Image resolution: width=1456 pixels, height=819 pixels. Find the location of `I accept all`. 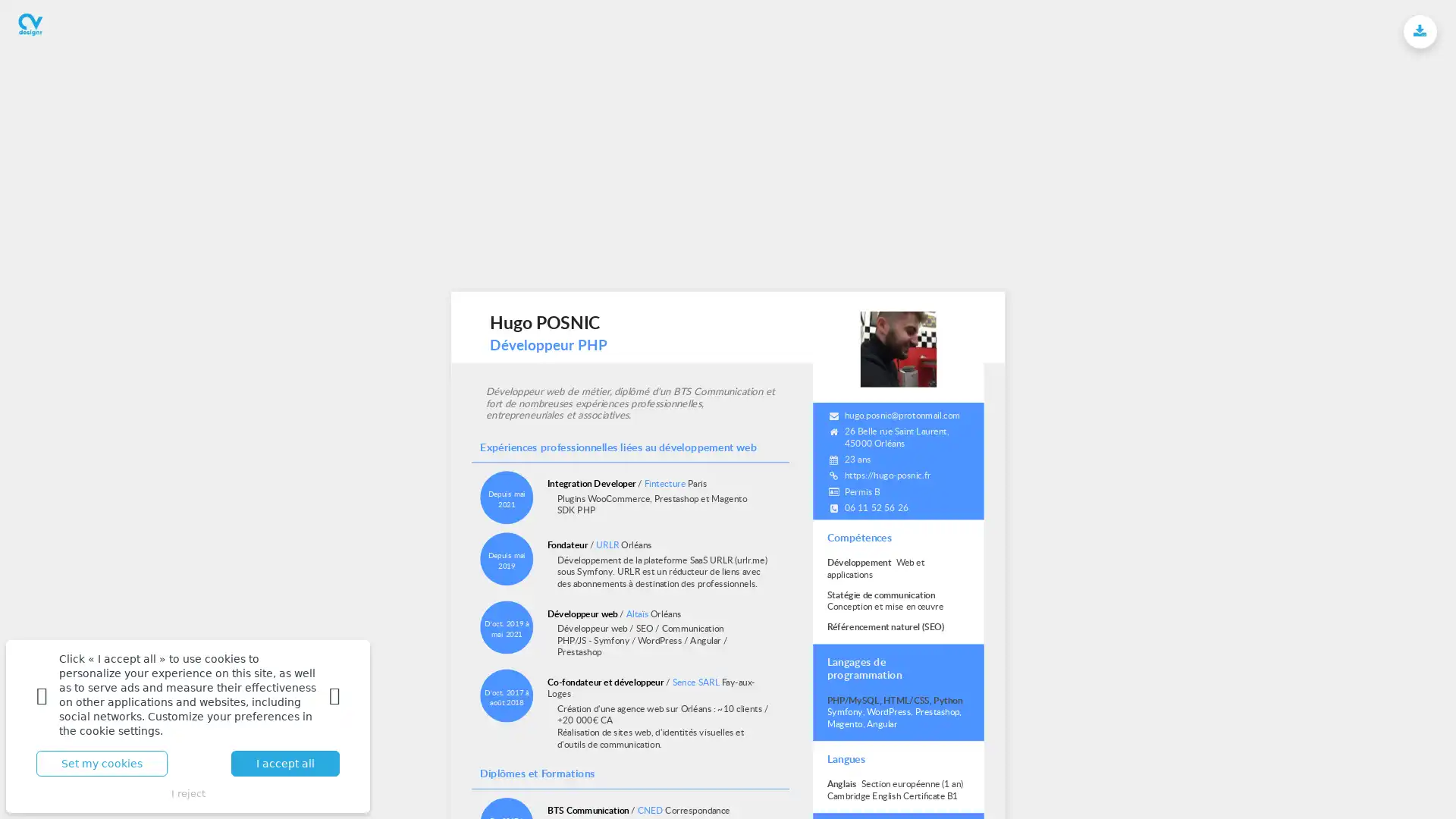

I accept all is located at coordinates (285, 763).